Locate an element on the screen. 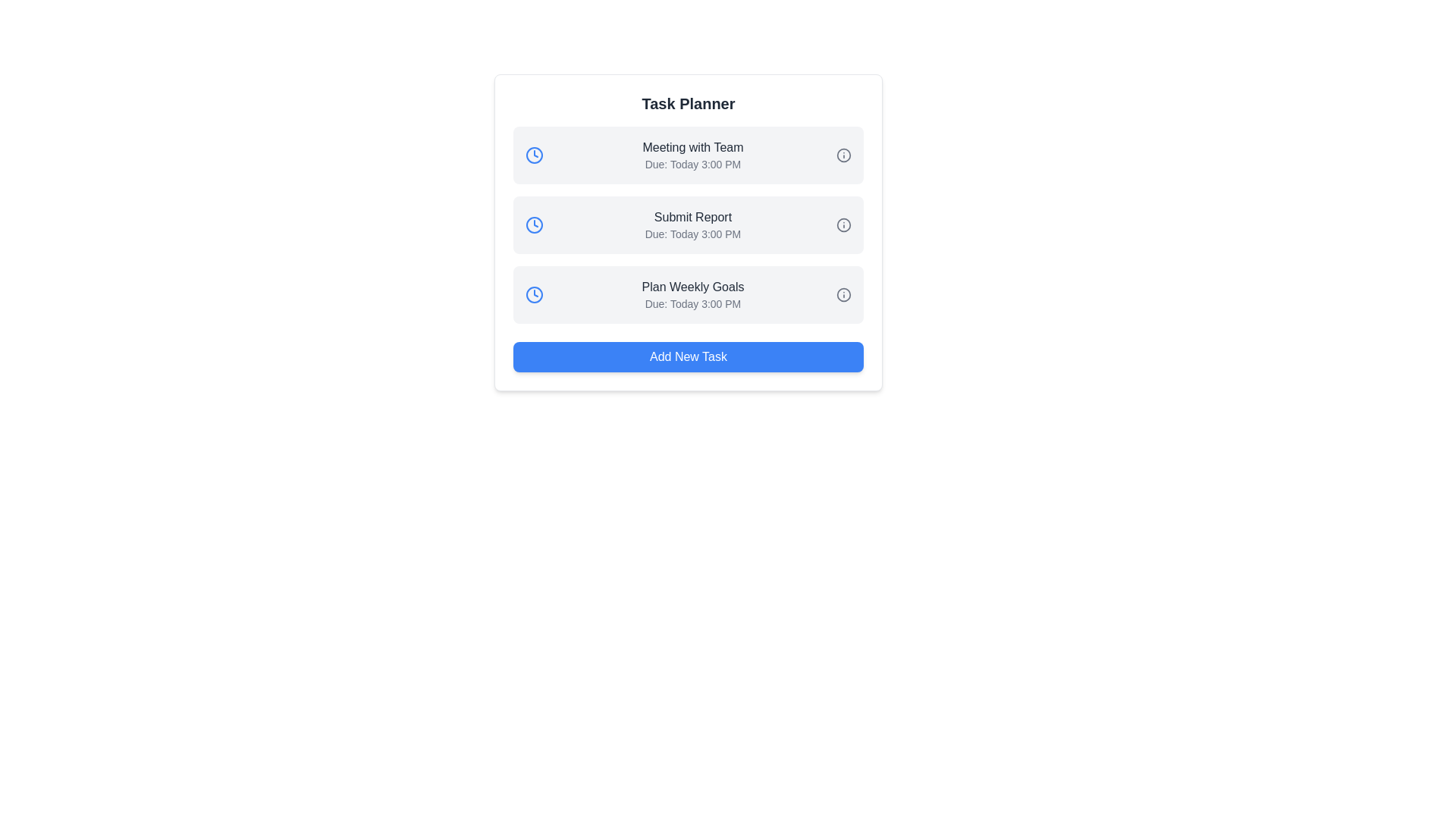 This screenshot has width=1456, height=819. the 'Meeting with Team' task panel is located at coordinates (687, 155).